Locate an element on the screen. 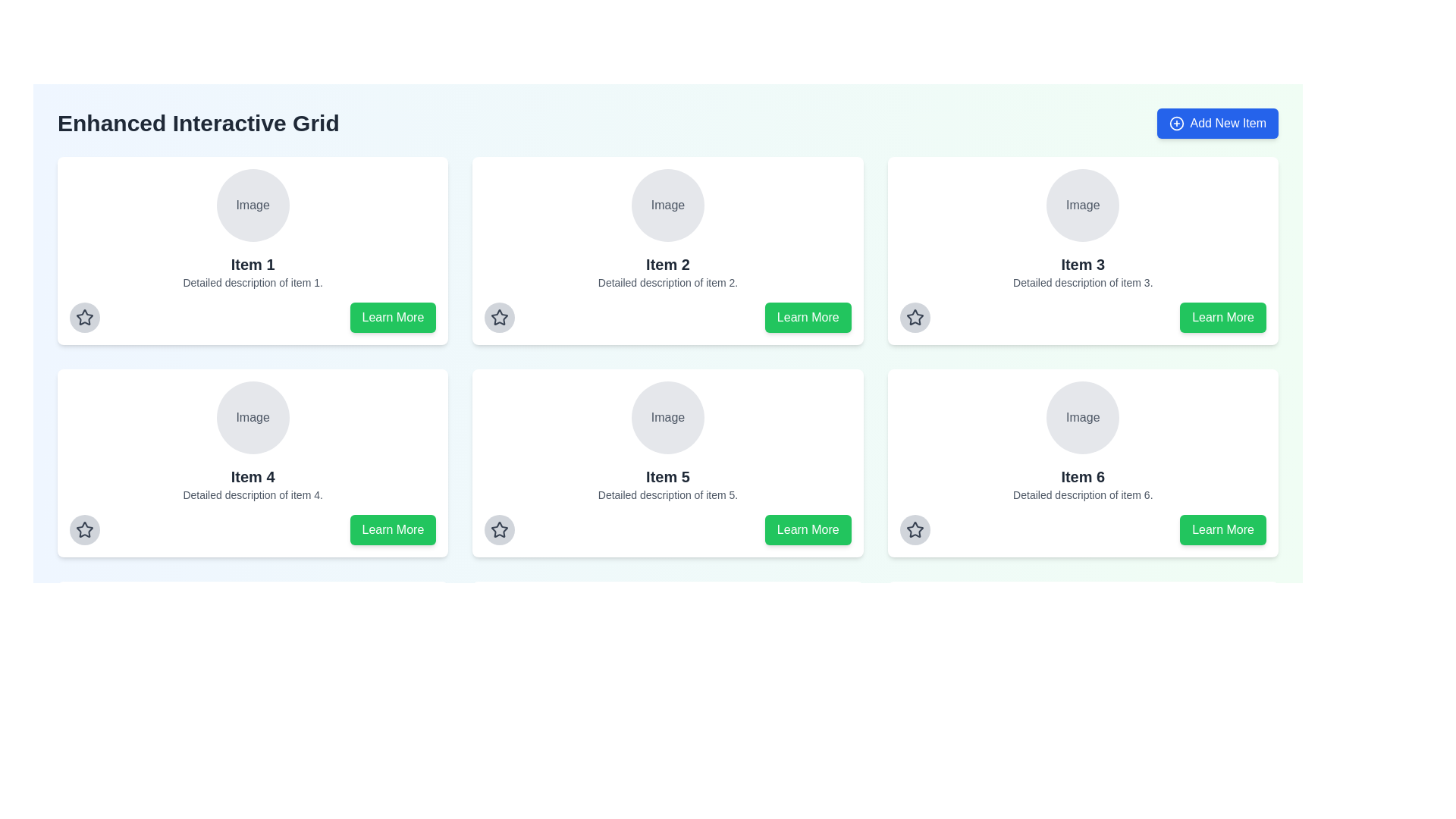  the card displaying 'Item 5' in the second row and middle column of the grid is located at coordinates (667, 462).